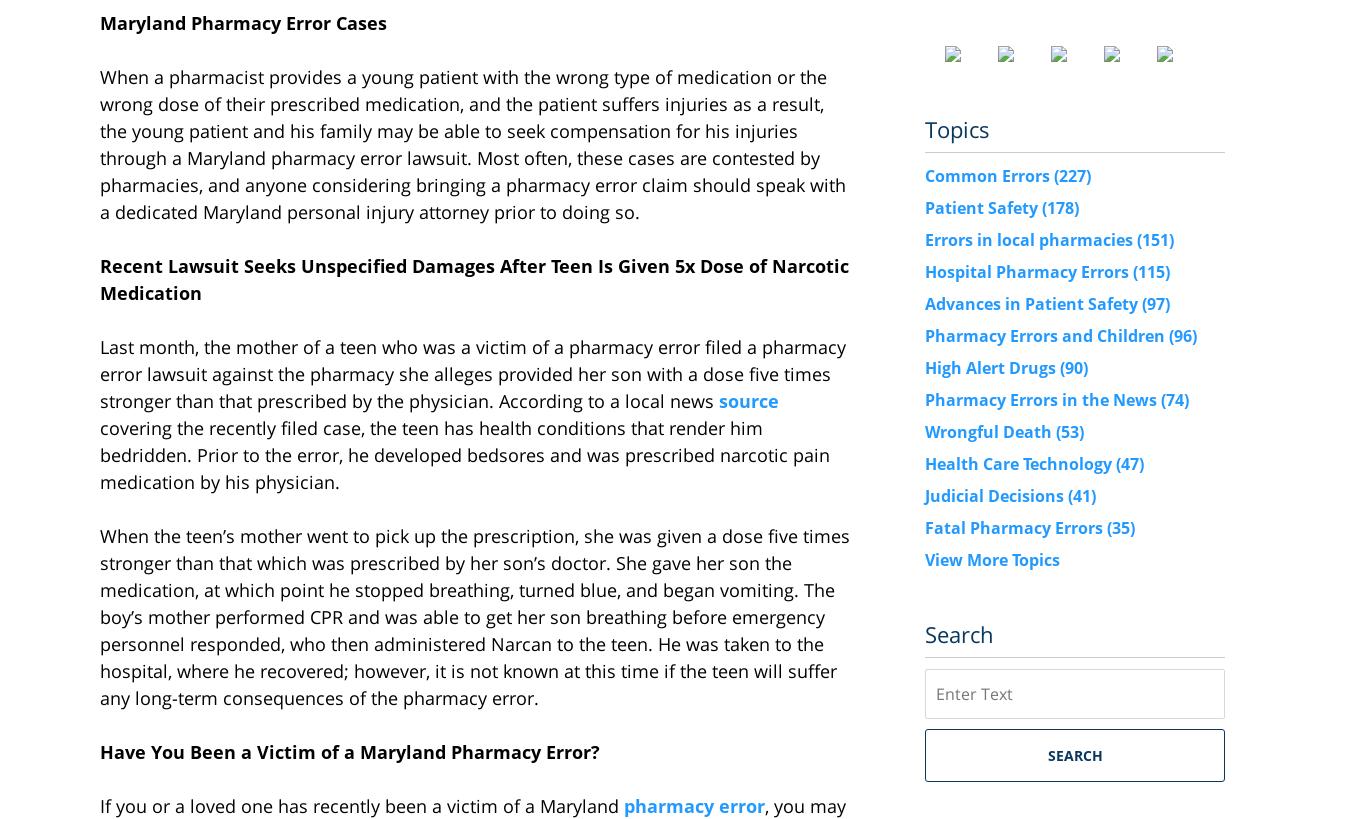 The width and height of the screenshot is (1350, 819). Describe the element at coordinates (350, 751) in the screenshot. I see `'Have You Been a Victim of a Maryland Pharmacy Error?'` at that location.